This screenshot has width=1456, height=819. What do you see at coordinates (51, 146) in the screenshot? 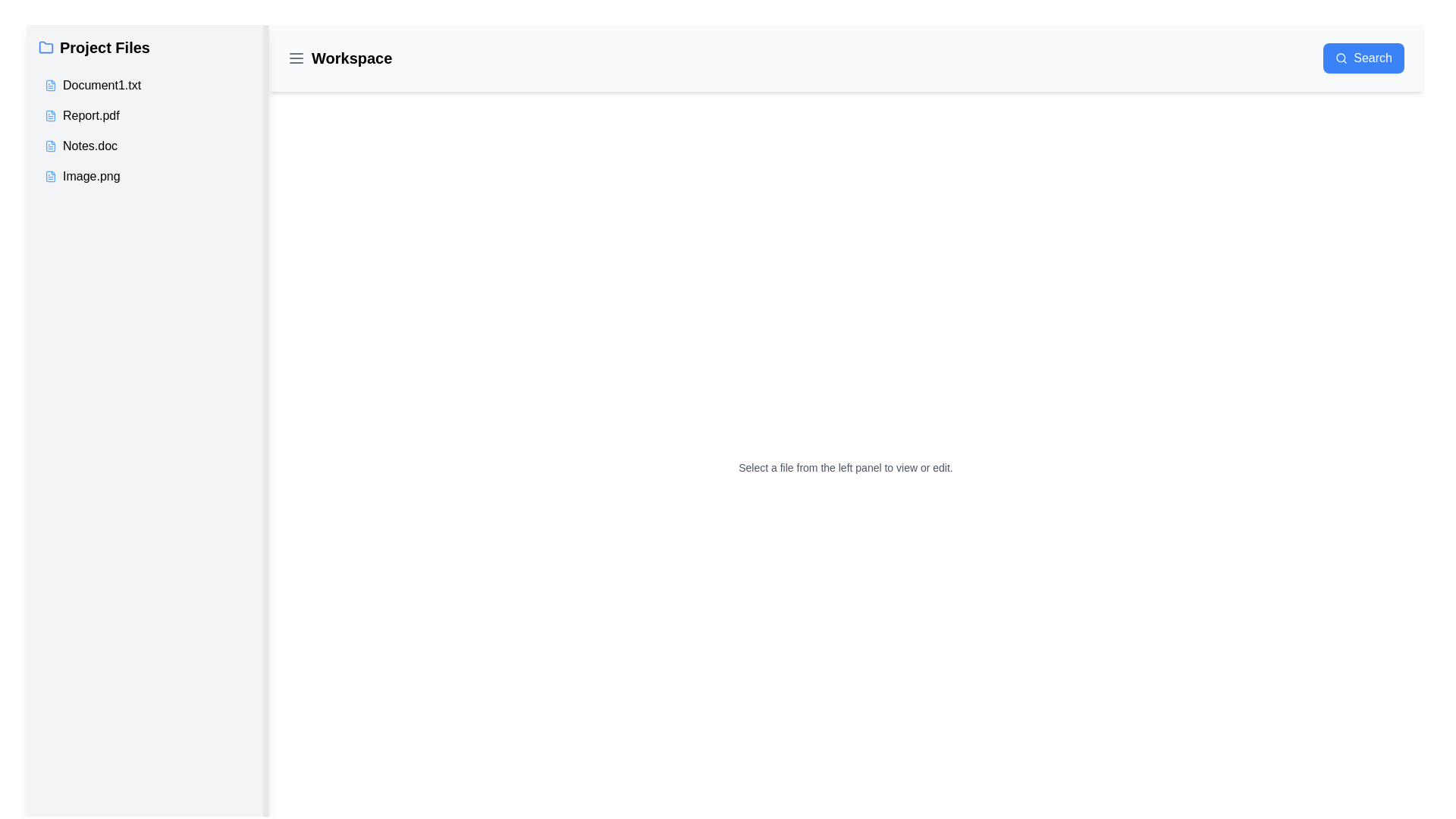
I see `the blue document icon representing the file 'Notes.doc' located` at bounding box center [51, 146].